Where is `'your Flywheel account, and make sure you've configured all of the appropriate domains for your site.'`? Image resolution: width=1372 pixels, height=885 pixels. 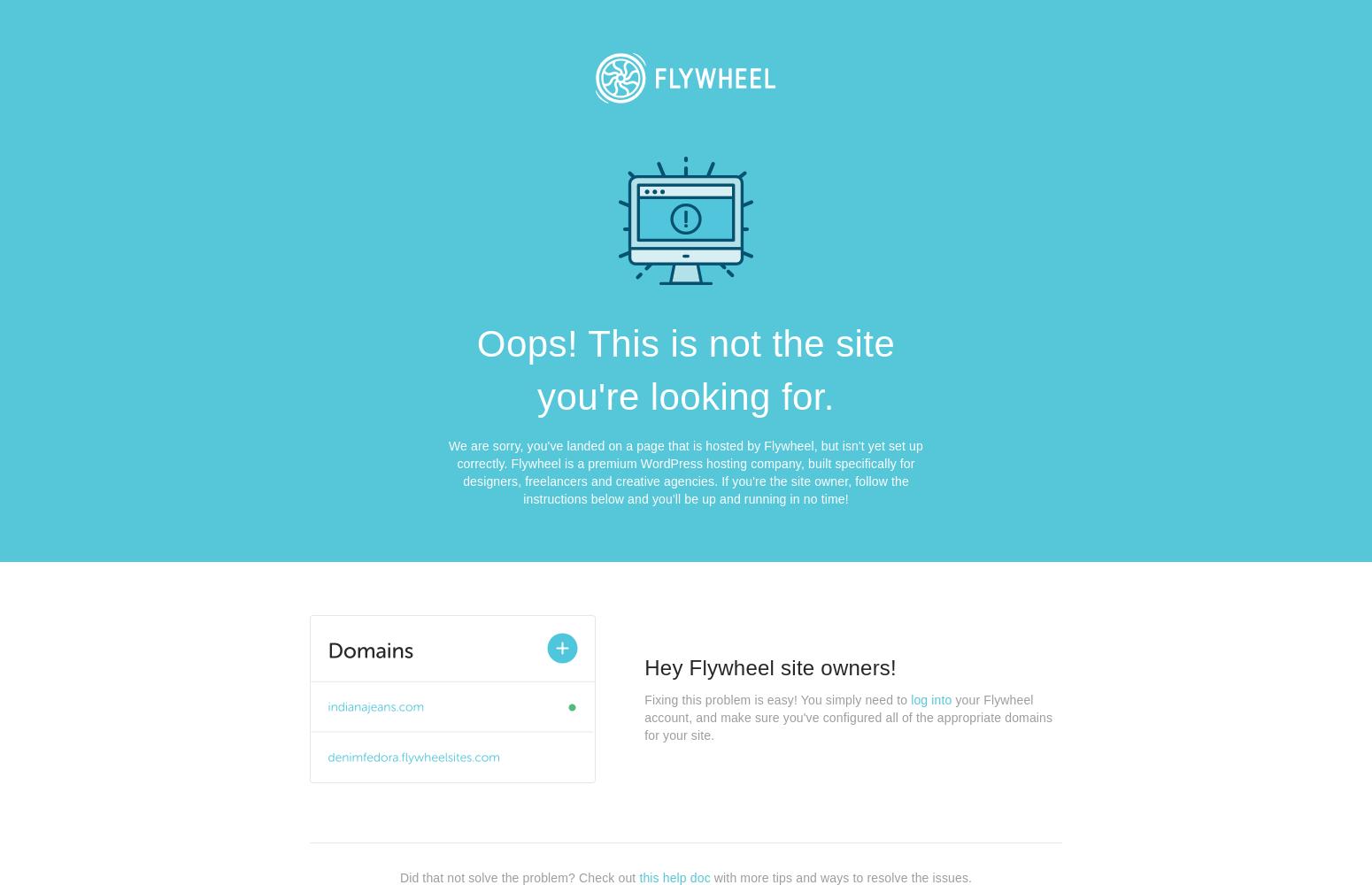
'your Flywheel account, and make sure you've configured all of the appropriate domains for your site.' is located at coordinates (847, 718).